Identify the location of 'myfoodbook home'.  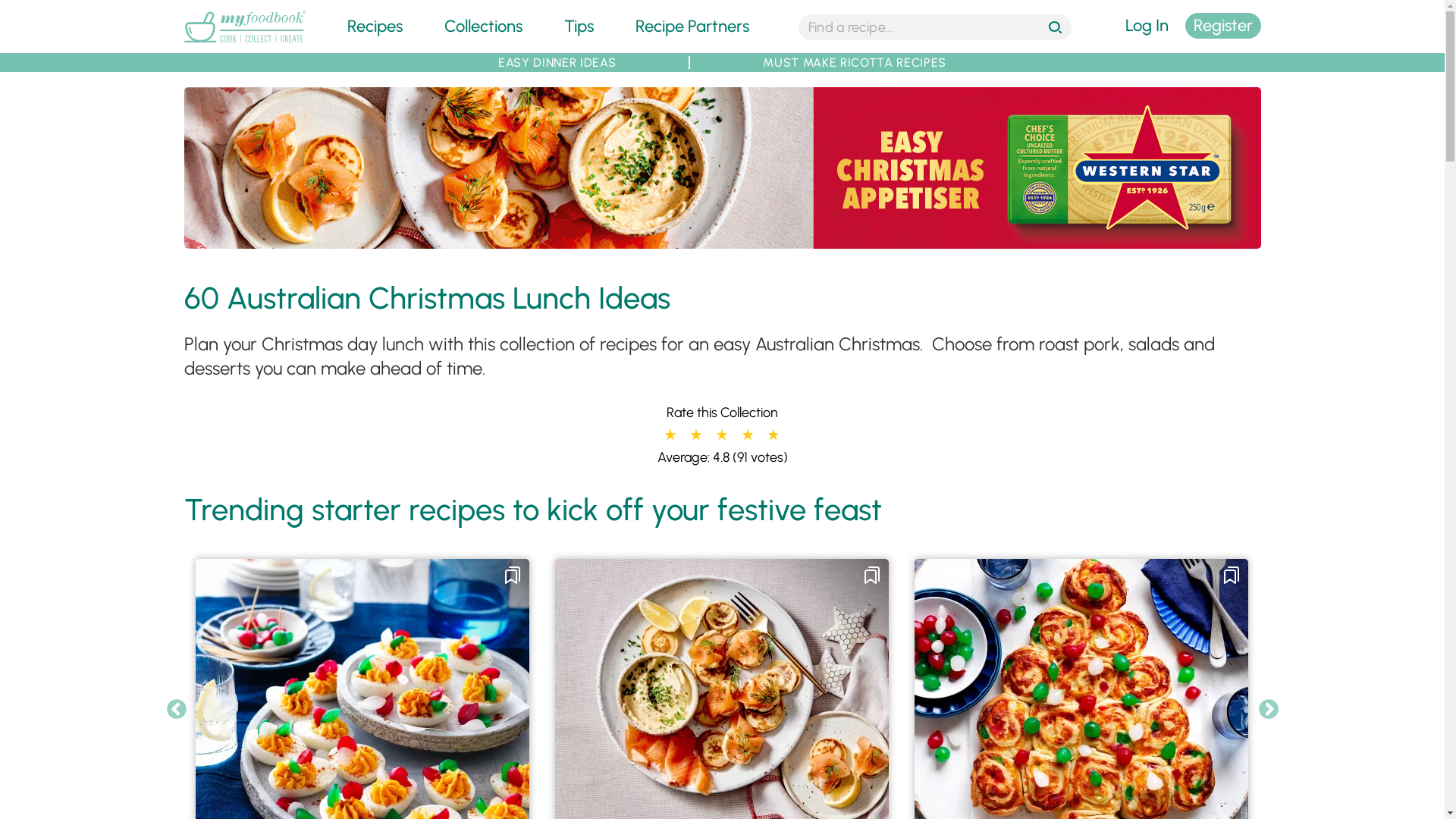
(243, 42).